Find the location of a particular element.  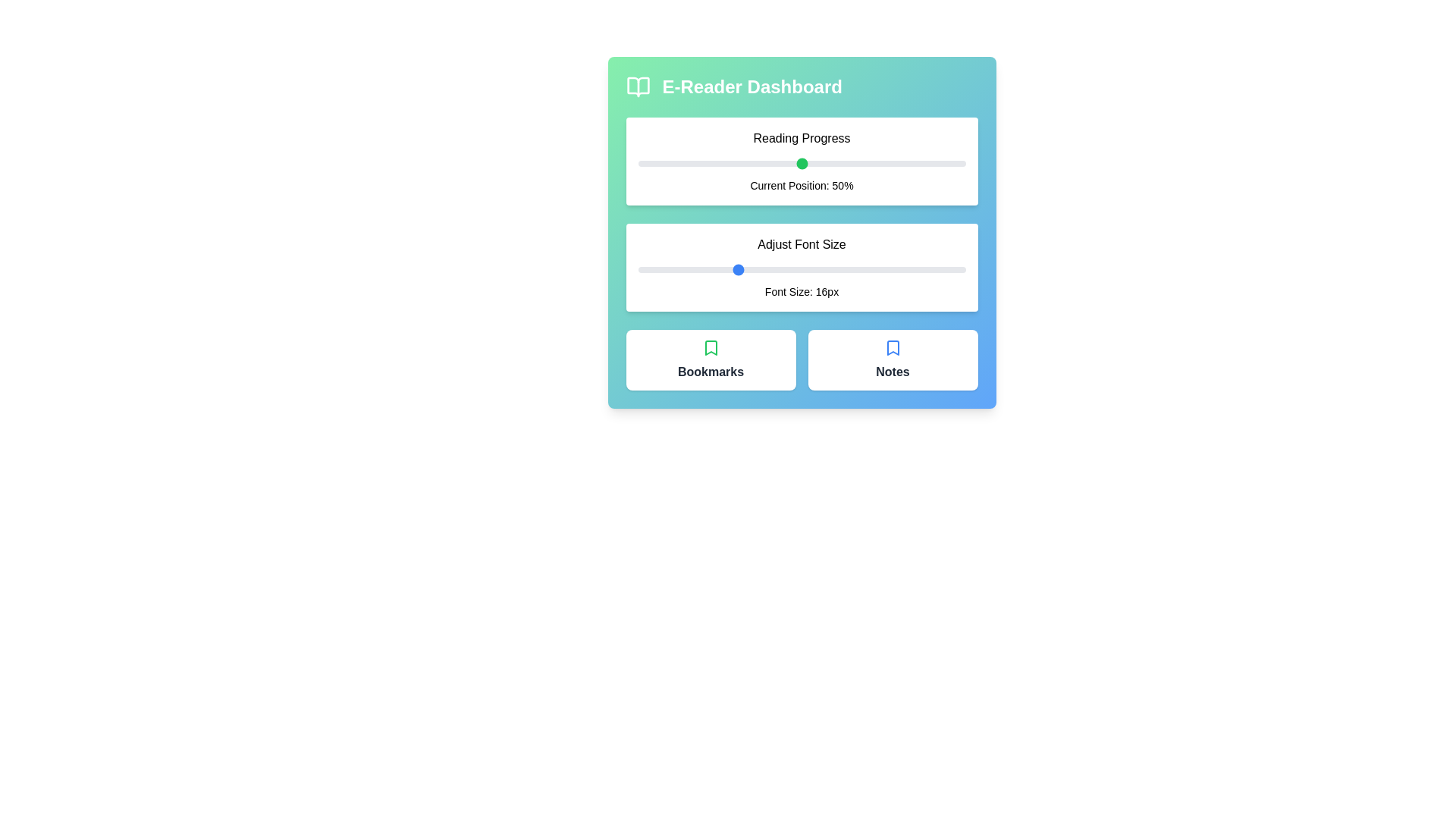

the reading progress slider to 52% is located at coordinates (808, 164).